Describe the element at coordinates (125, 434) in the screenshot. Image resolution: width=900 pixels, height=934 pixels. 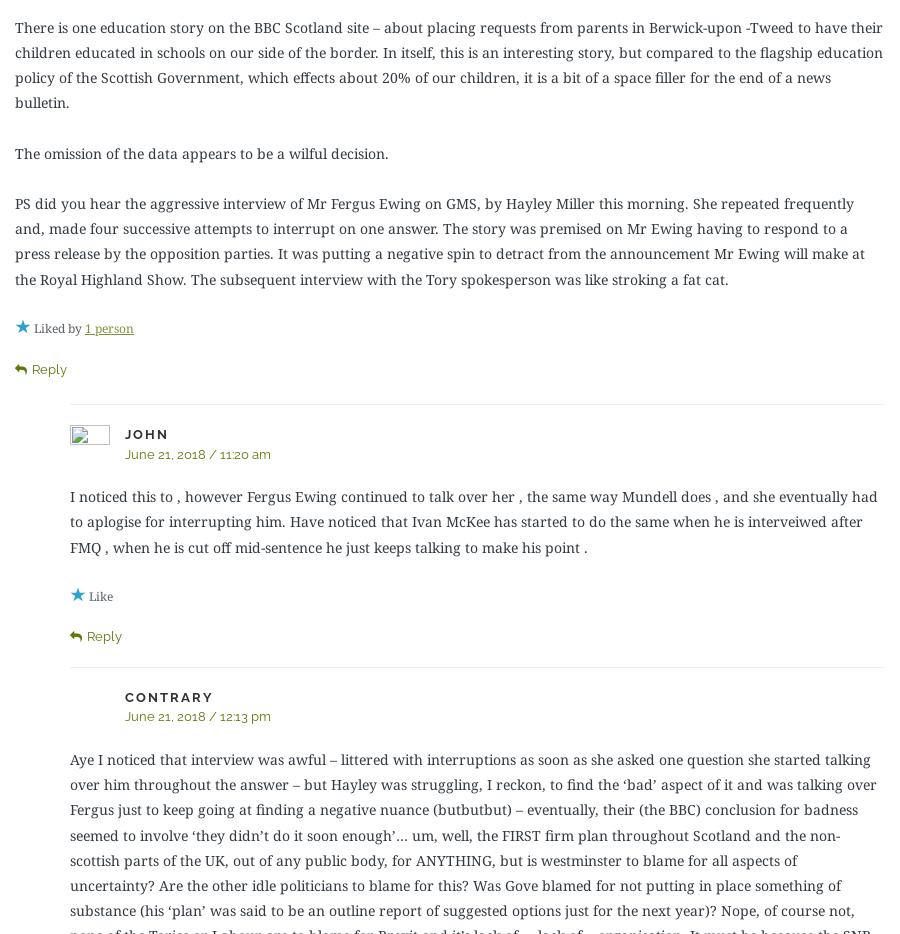
I see `'John'` at that location.